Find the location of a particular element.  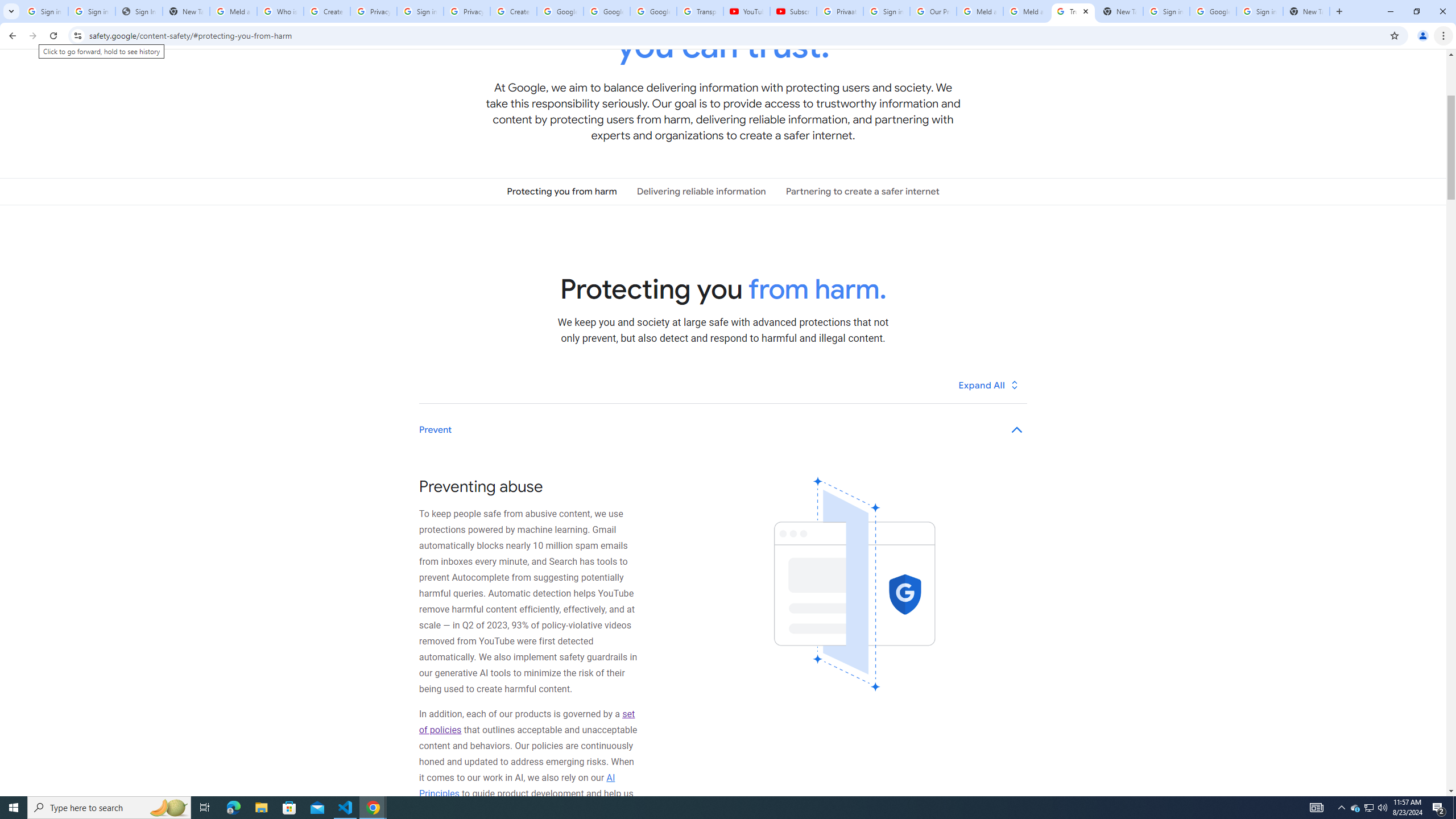

'Trusted Information and Content - Google Safety Center' is located at coordinates (1073, 11).